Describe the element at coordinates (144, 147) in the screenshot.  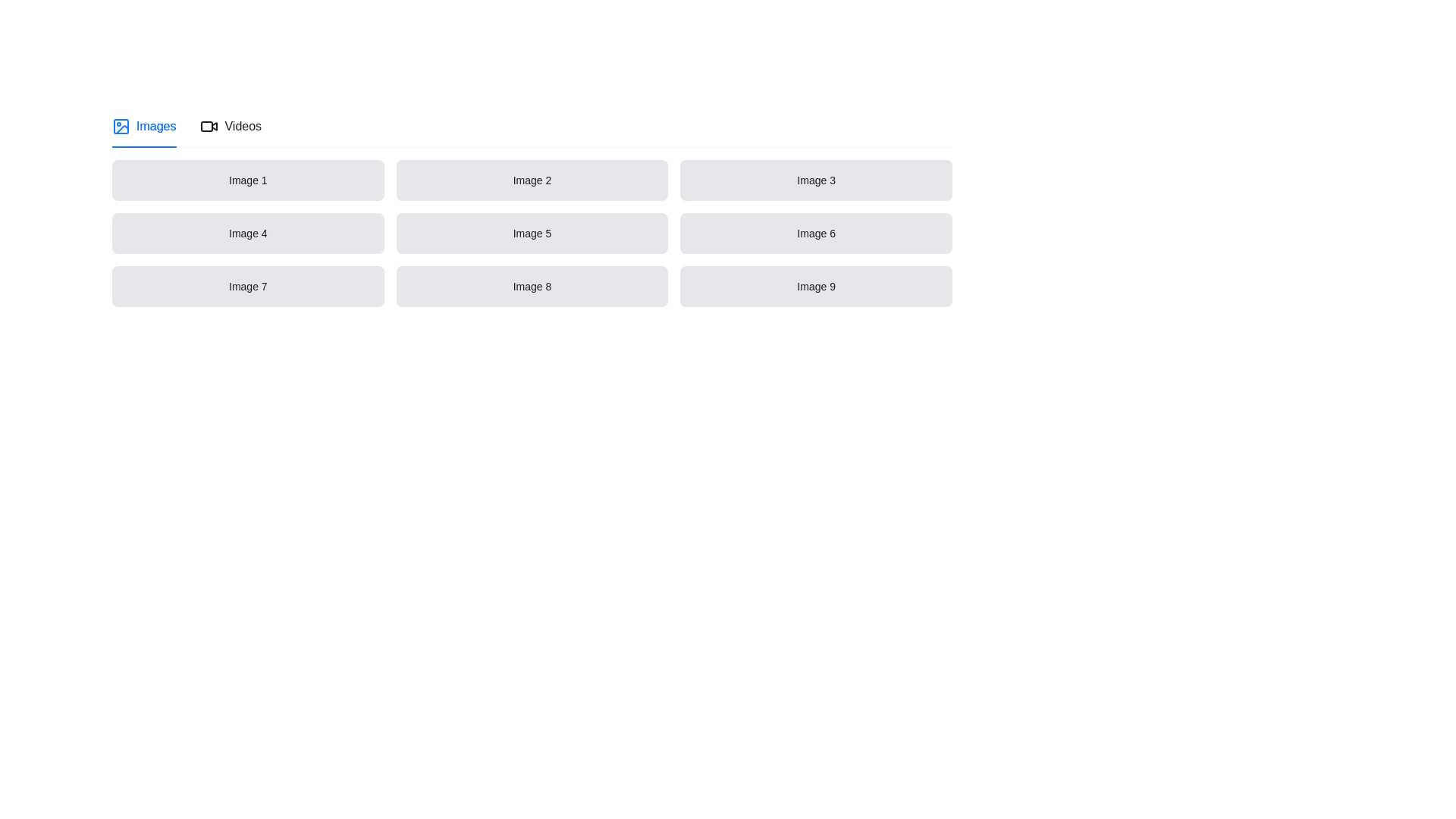
I see `the indicator below the 'Images' tab in the tab navigation bar to understand which tab is currently active` at that location.